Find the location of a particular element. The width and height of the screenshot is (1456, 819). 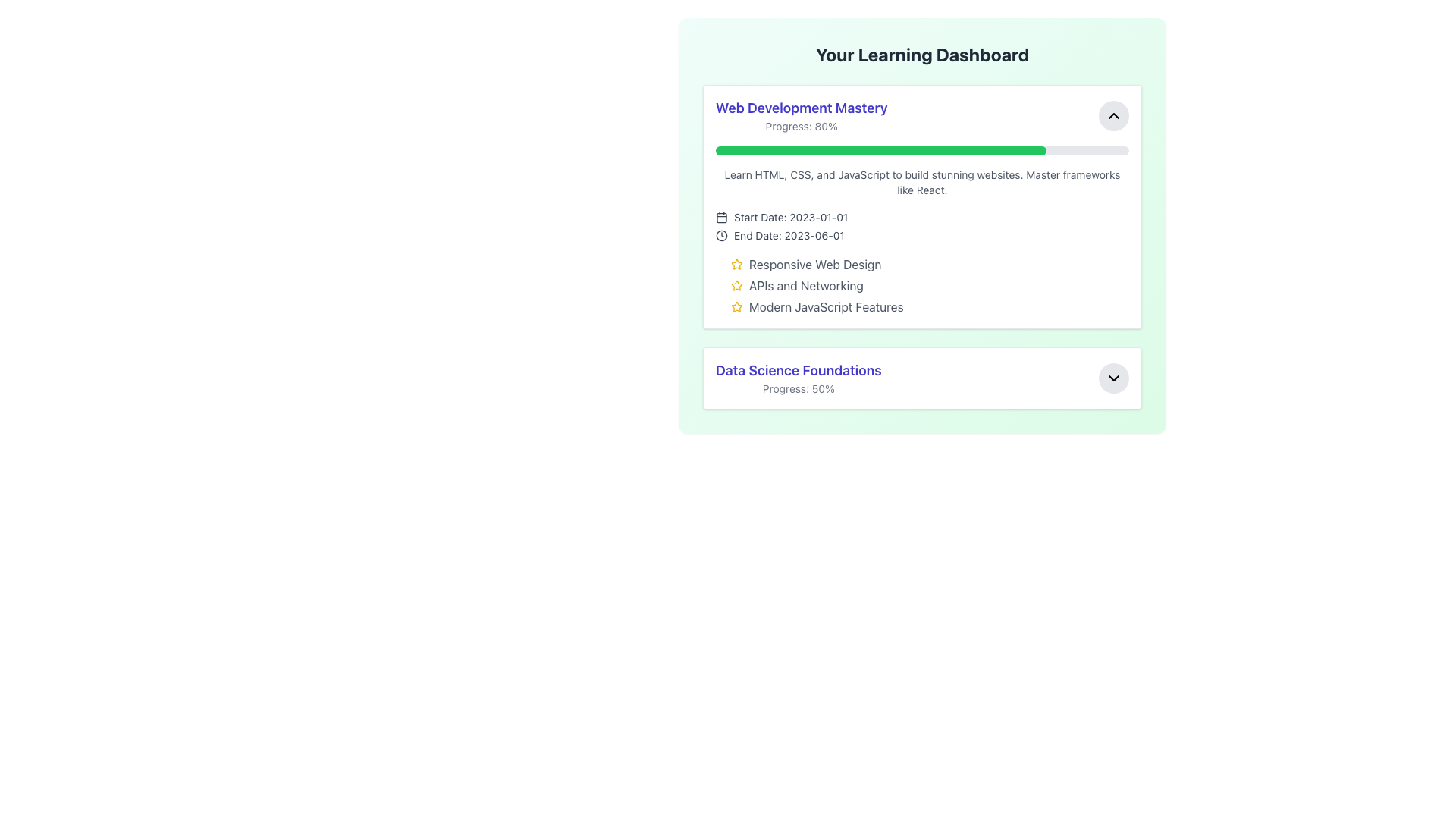

the Text Label displaying 'Start Date: 2023-01-01' located in the 'Web Development Mastery' card, positioned near the top center of the card is located at coordinates (790, 217).